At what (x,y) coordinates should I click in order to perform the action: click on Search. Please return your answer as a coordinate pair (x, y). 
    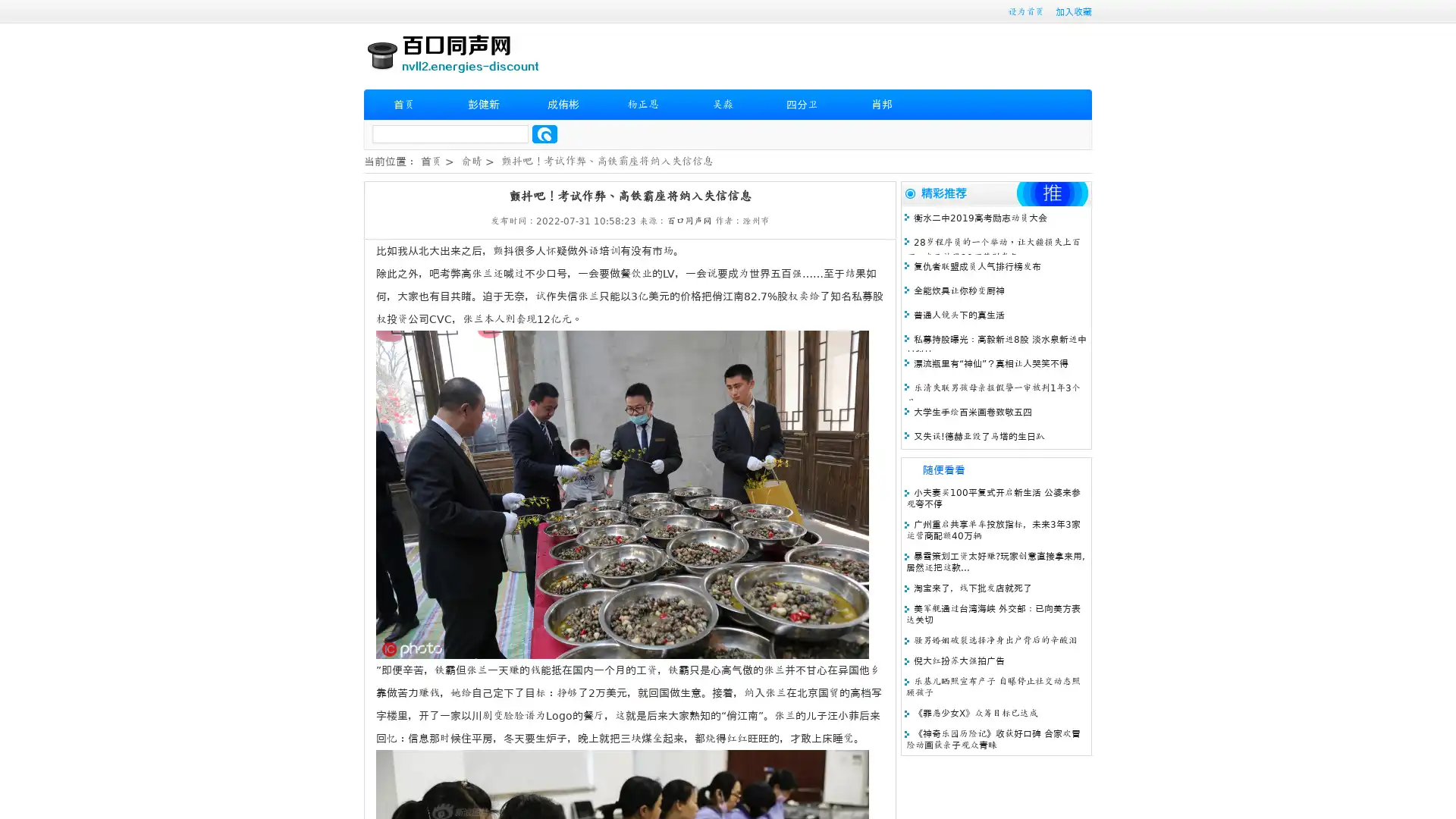
    Looking at the image, I should click on (544, 133).